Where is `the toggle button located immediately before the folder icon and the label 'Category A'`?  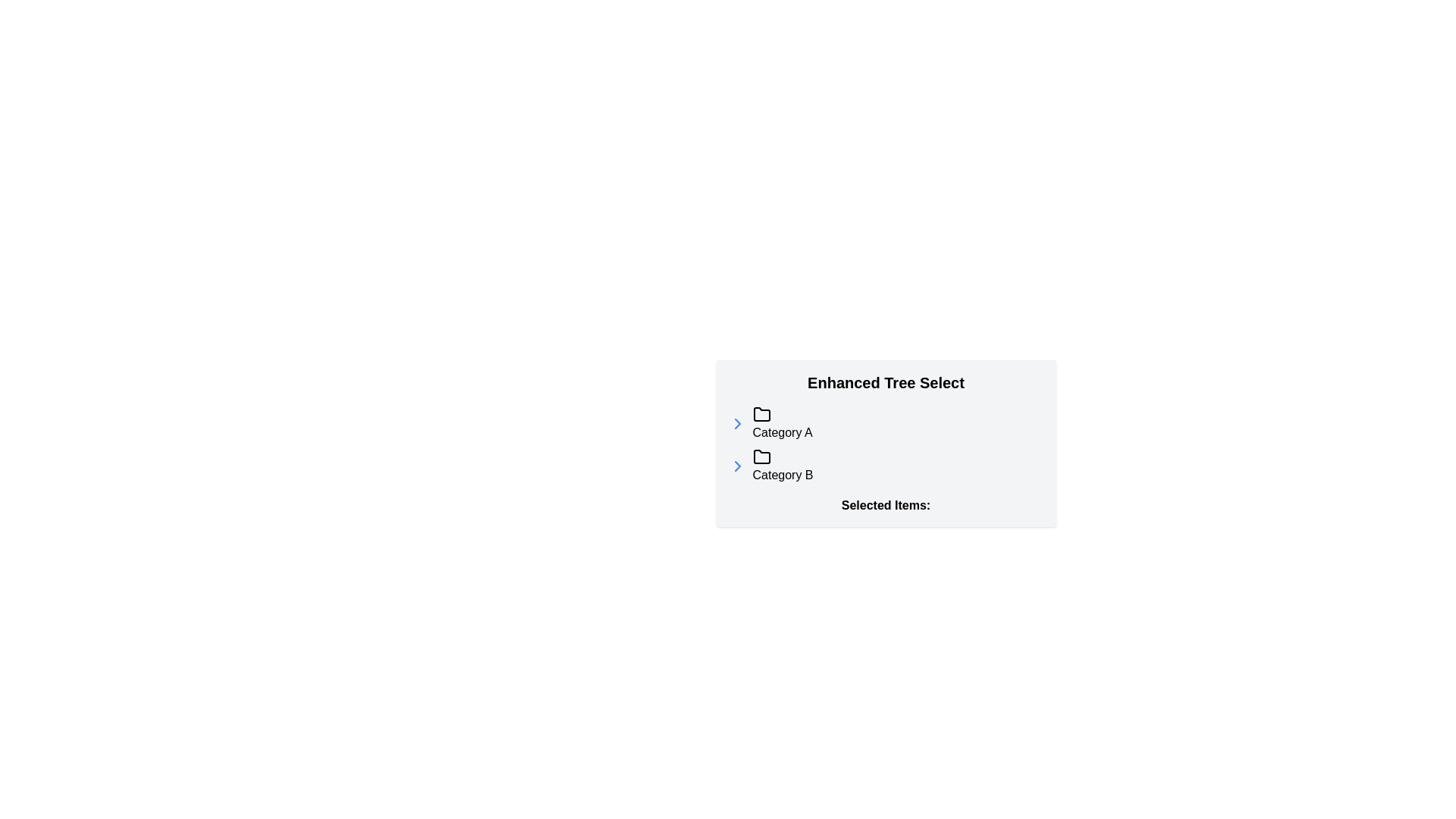 the toggle button located immediately before the folder icon and the label 'Category A' is located at coordinates (737, 424).